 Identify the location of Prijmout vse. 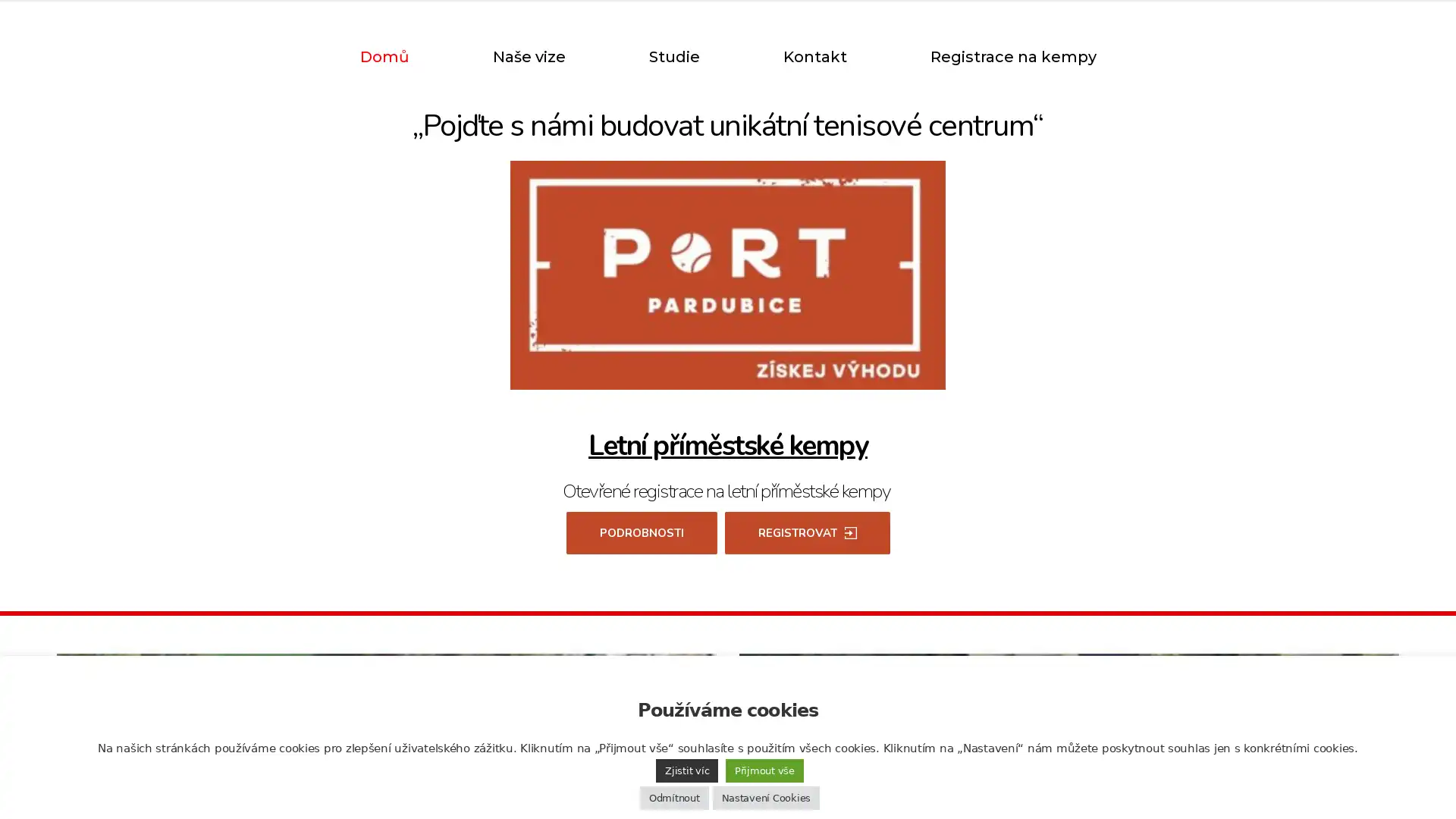
(764, 770).